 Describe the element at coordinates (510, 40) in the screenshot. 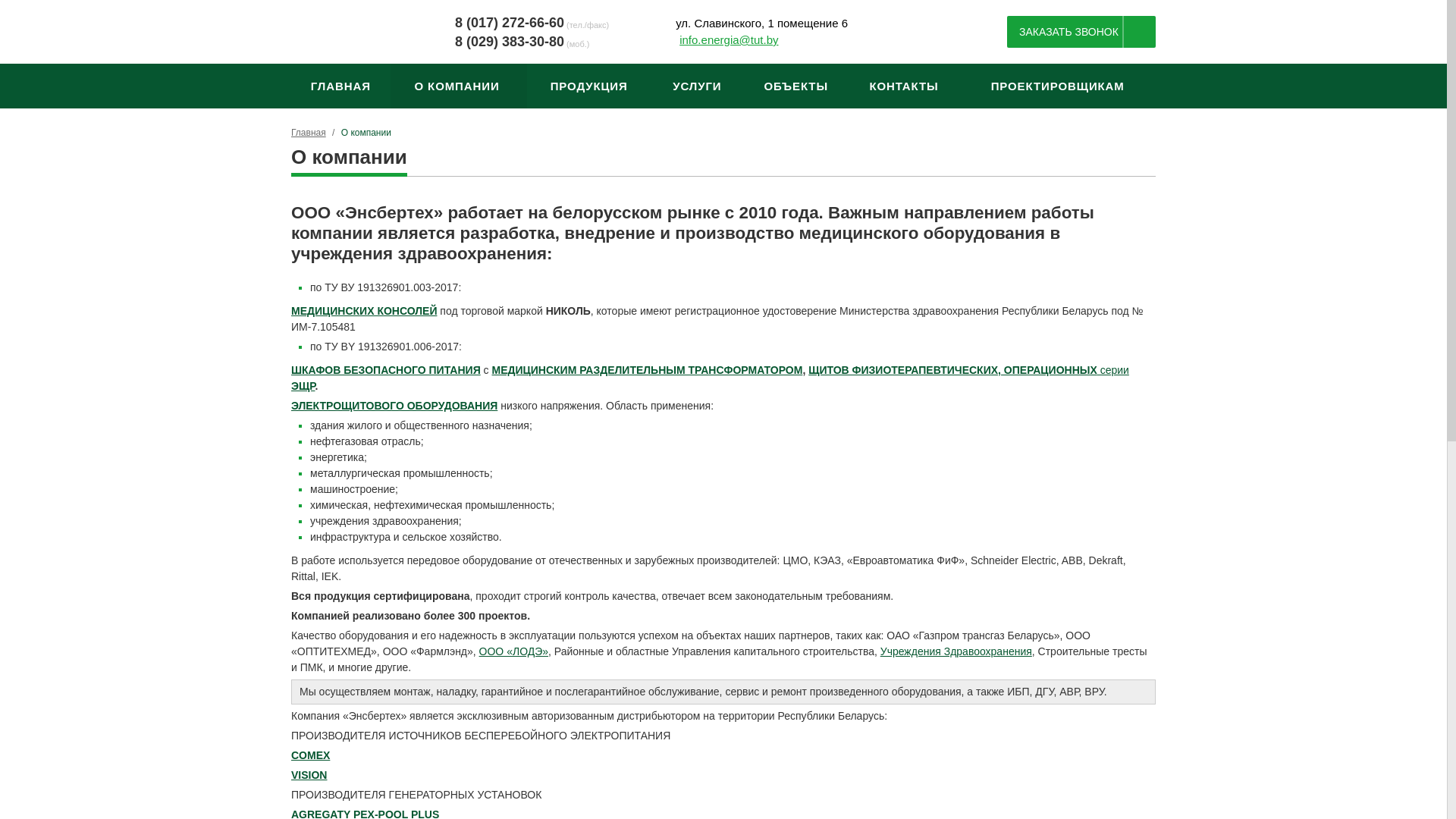

I see `'8 (029) 383-30-80'` at that location.